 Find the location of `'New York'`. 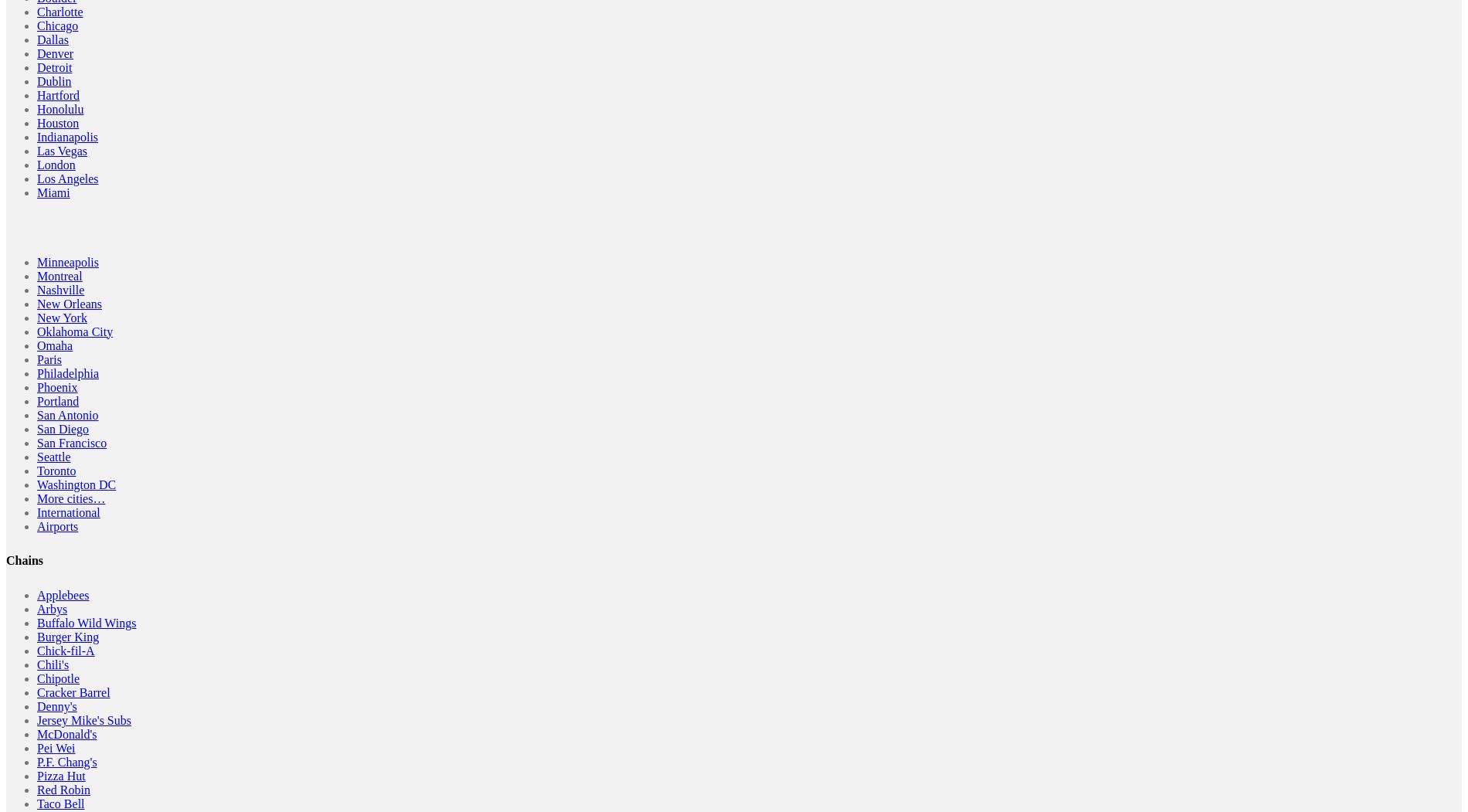

'New York' is located at coordinates (37, 317).